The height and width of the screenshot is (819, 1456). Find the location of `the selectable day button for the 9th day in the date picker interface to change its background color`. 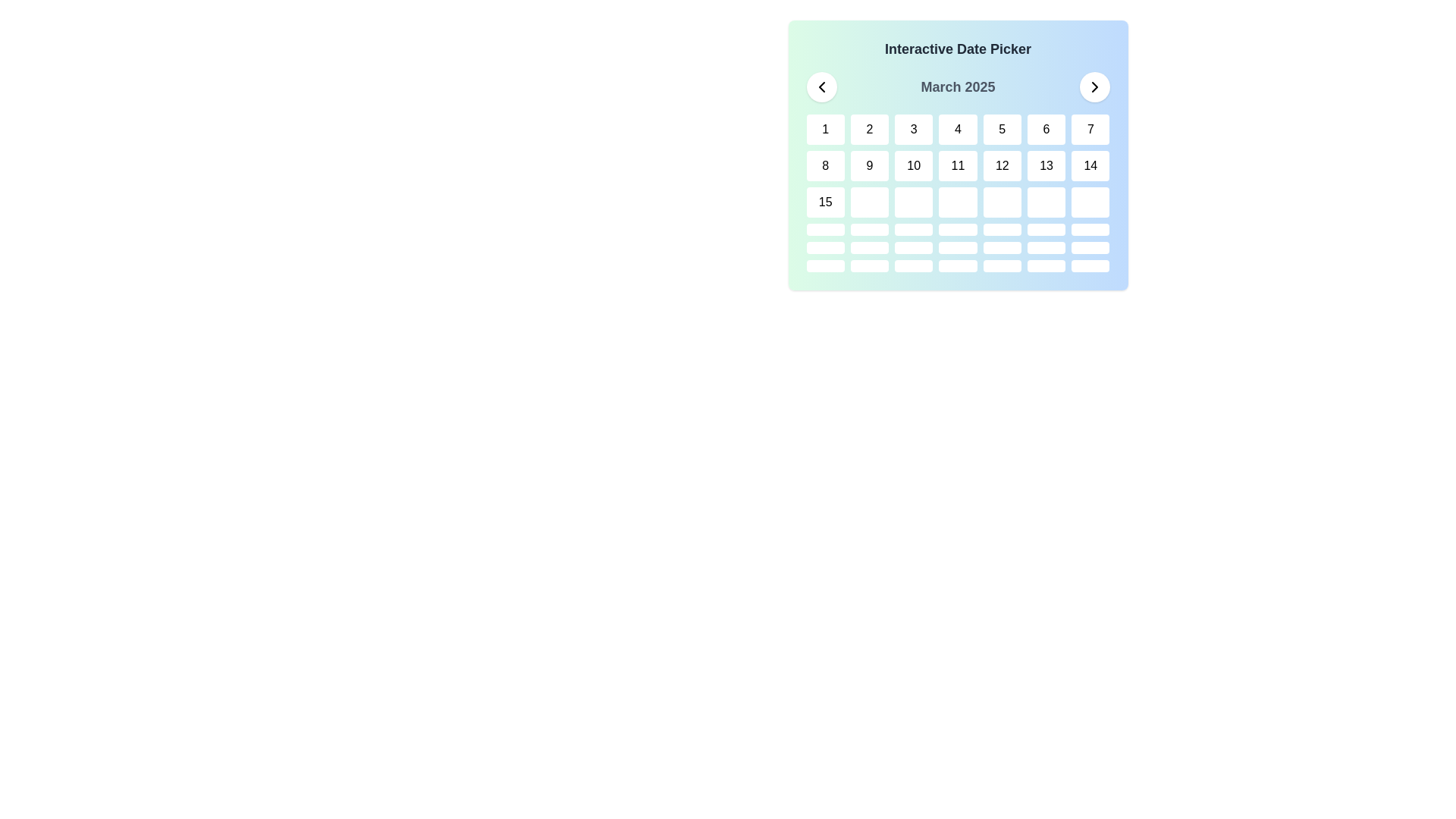

the selectable day button for the 9th day in the date picker interface to change its background color is located at coordinates (870, 166).